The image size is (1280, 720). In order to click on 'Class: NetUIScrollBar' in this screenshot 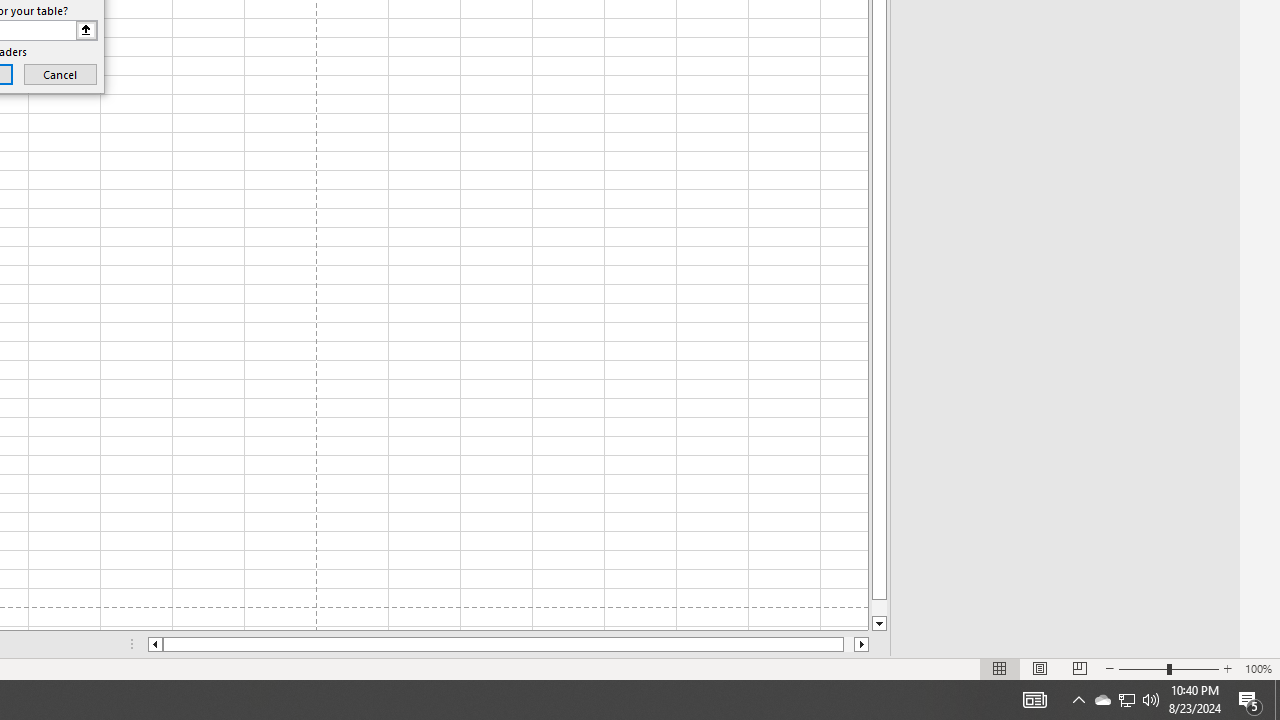, I will do `click(508, 644)`.